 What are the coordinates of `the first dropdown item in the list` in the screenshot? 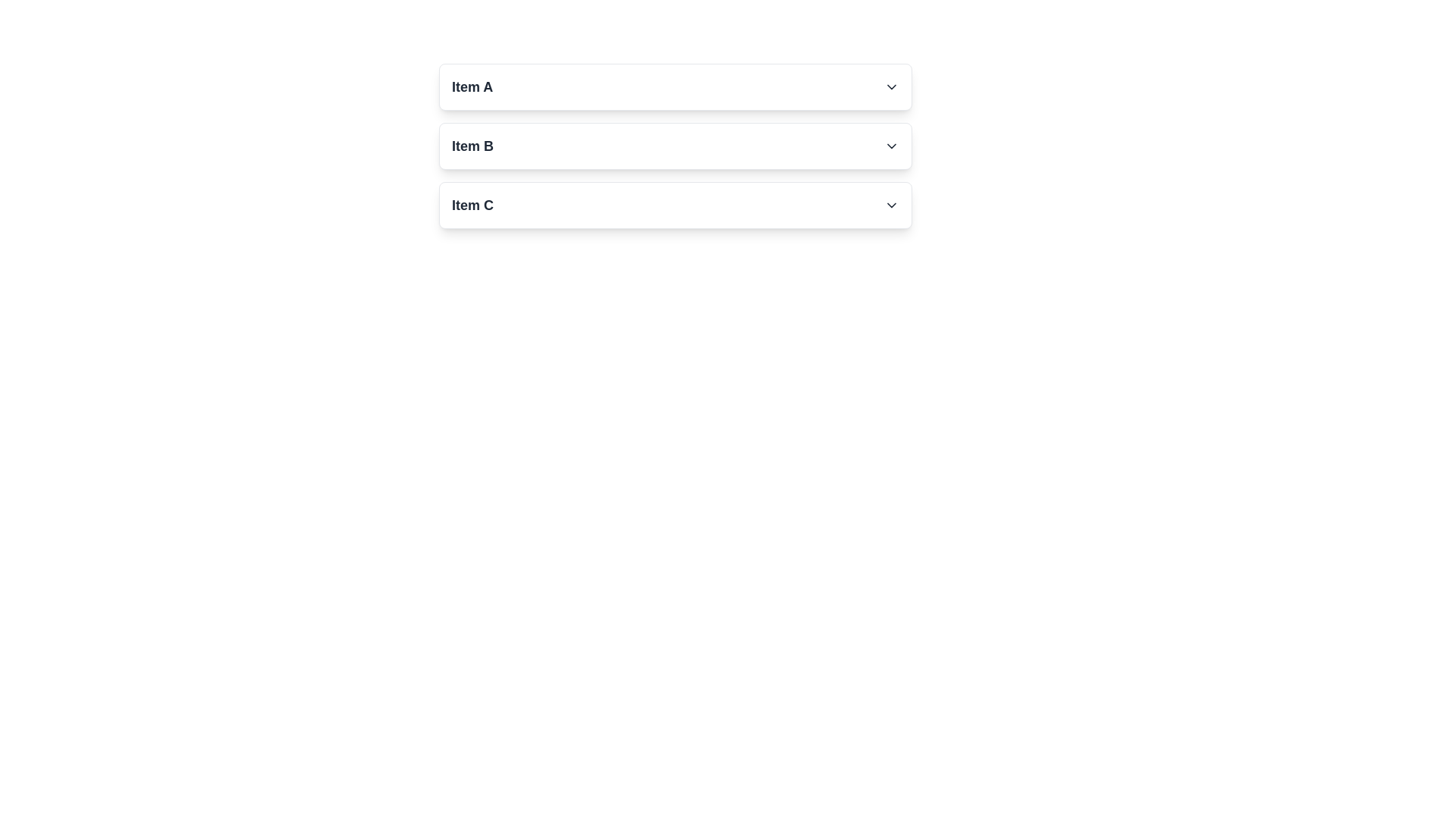 It's located at (675, 87).